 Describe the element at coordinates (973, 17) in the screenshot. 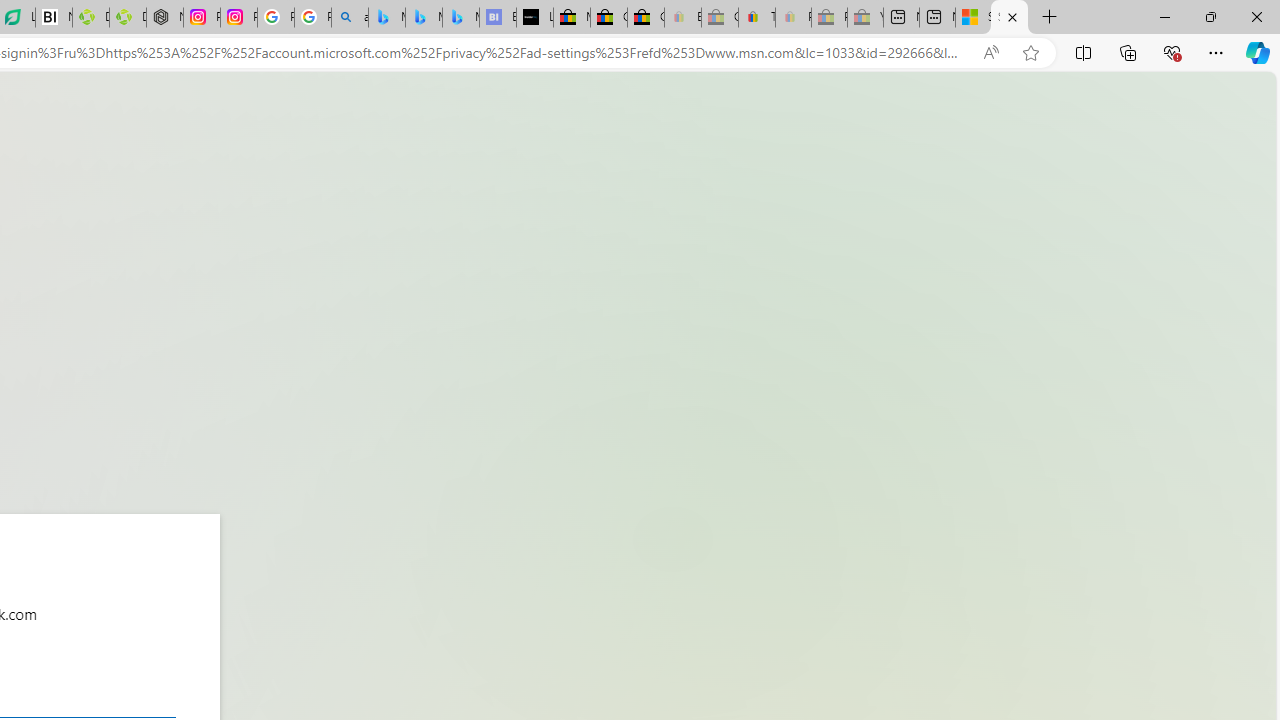

I see `'Shanghai, China hourly forecast | Microsoft Weather'` at that location.